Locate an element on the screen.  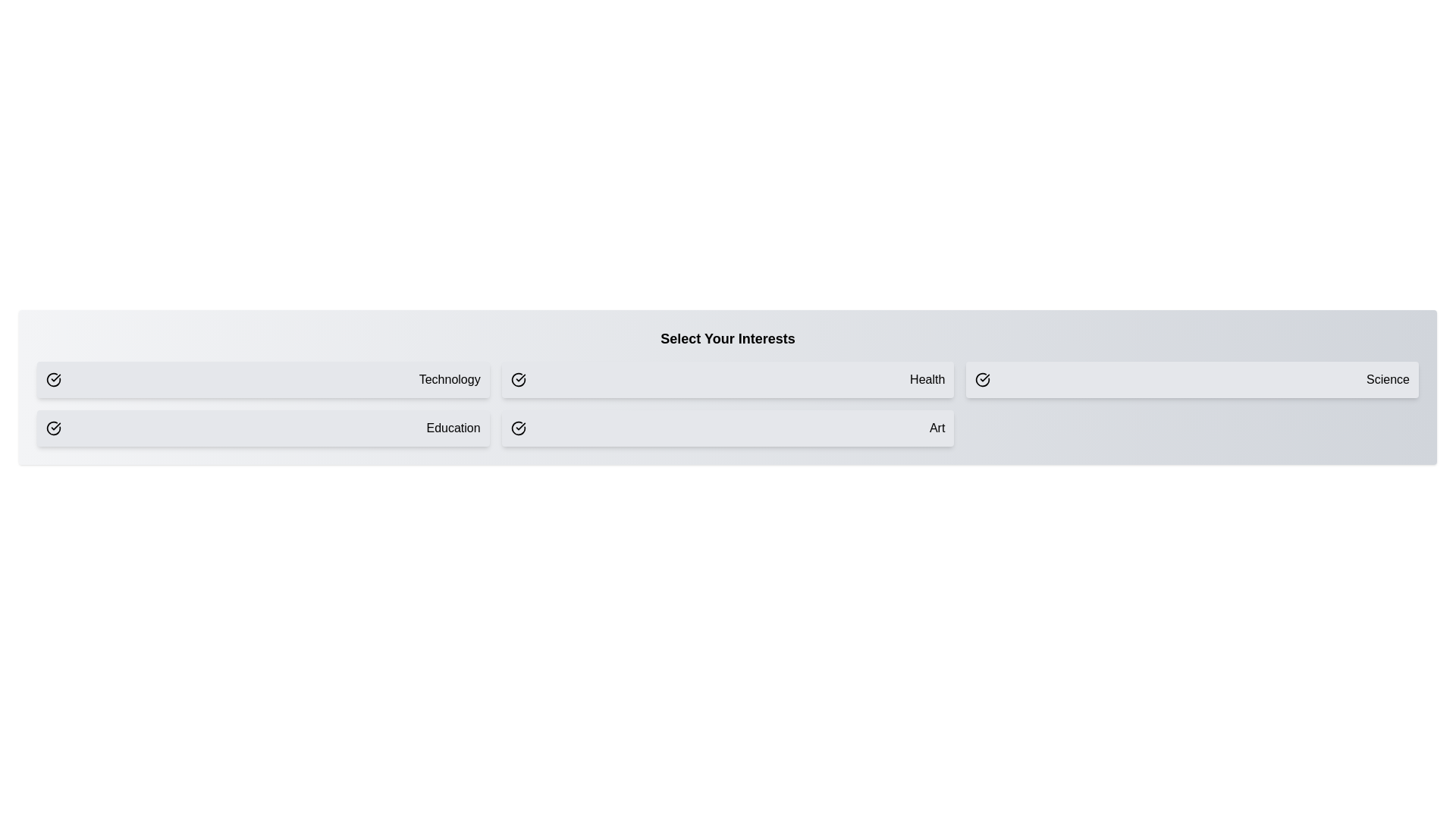
the button corresponding to the interest Science to toggle its selection is located at coordinates (1191, 379).